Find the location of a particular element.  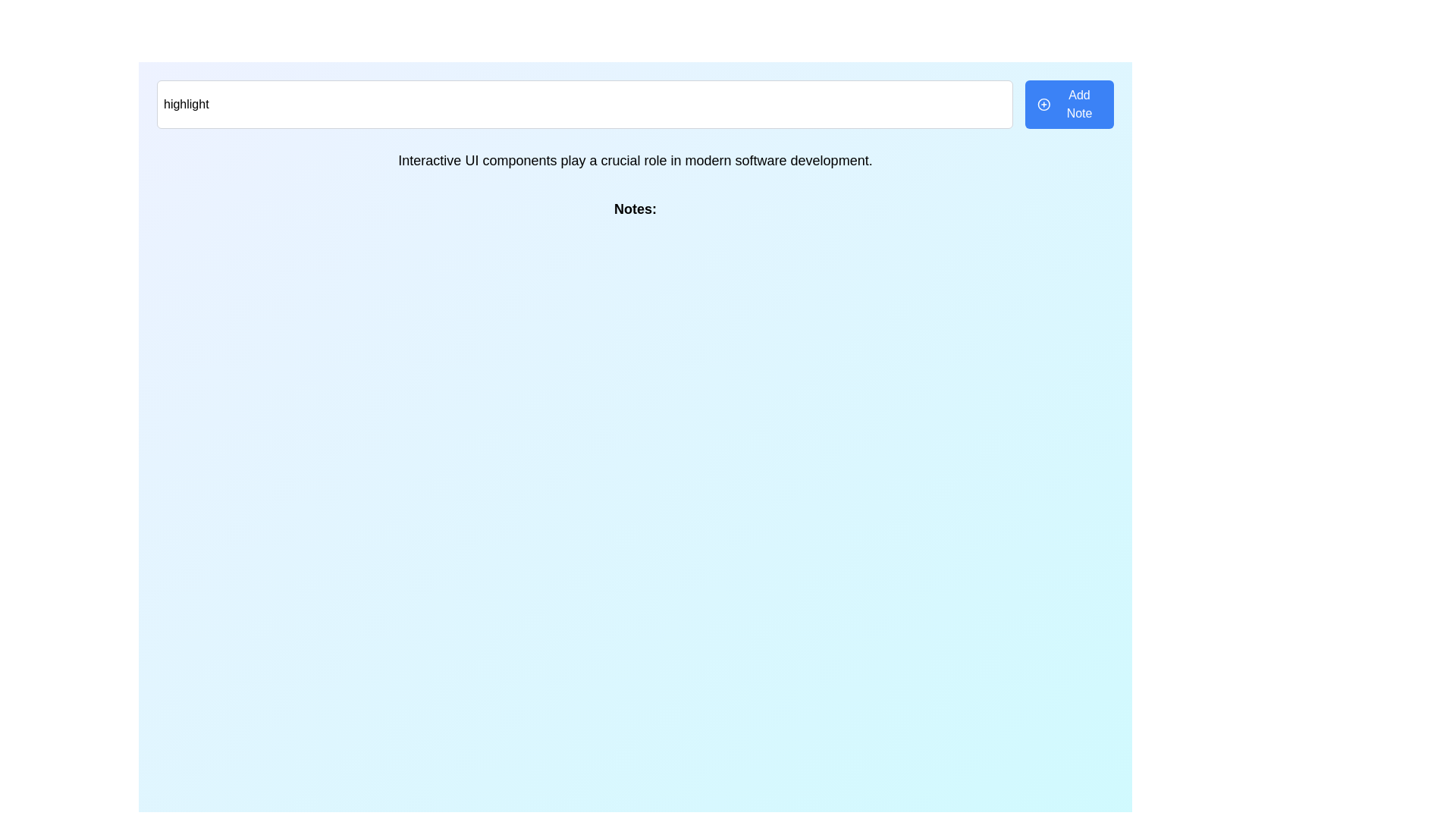

the text string that reads 'Interactive UI components play a crucial role in modern software development.', which is styled with a lighter weight font and larger size, located above the 'Notes:' section is located at coordinates (635, 161).